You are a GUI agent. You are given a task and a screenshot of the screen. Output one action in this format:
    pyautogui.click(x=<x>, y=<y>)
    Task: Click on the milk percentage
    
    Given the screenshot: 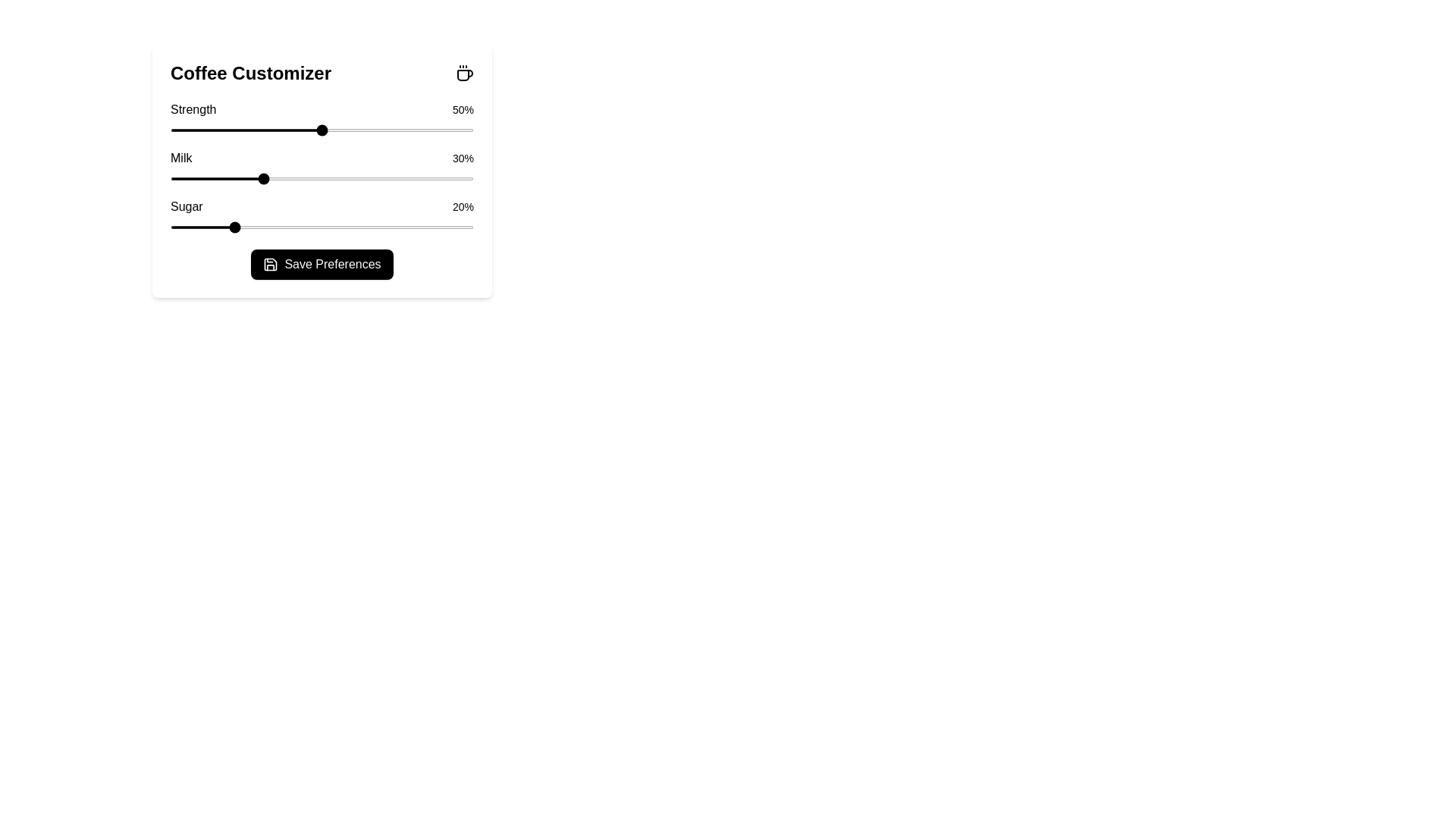 What is the action you would take?
    pyautogui.click(x=182, y=177)
    